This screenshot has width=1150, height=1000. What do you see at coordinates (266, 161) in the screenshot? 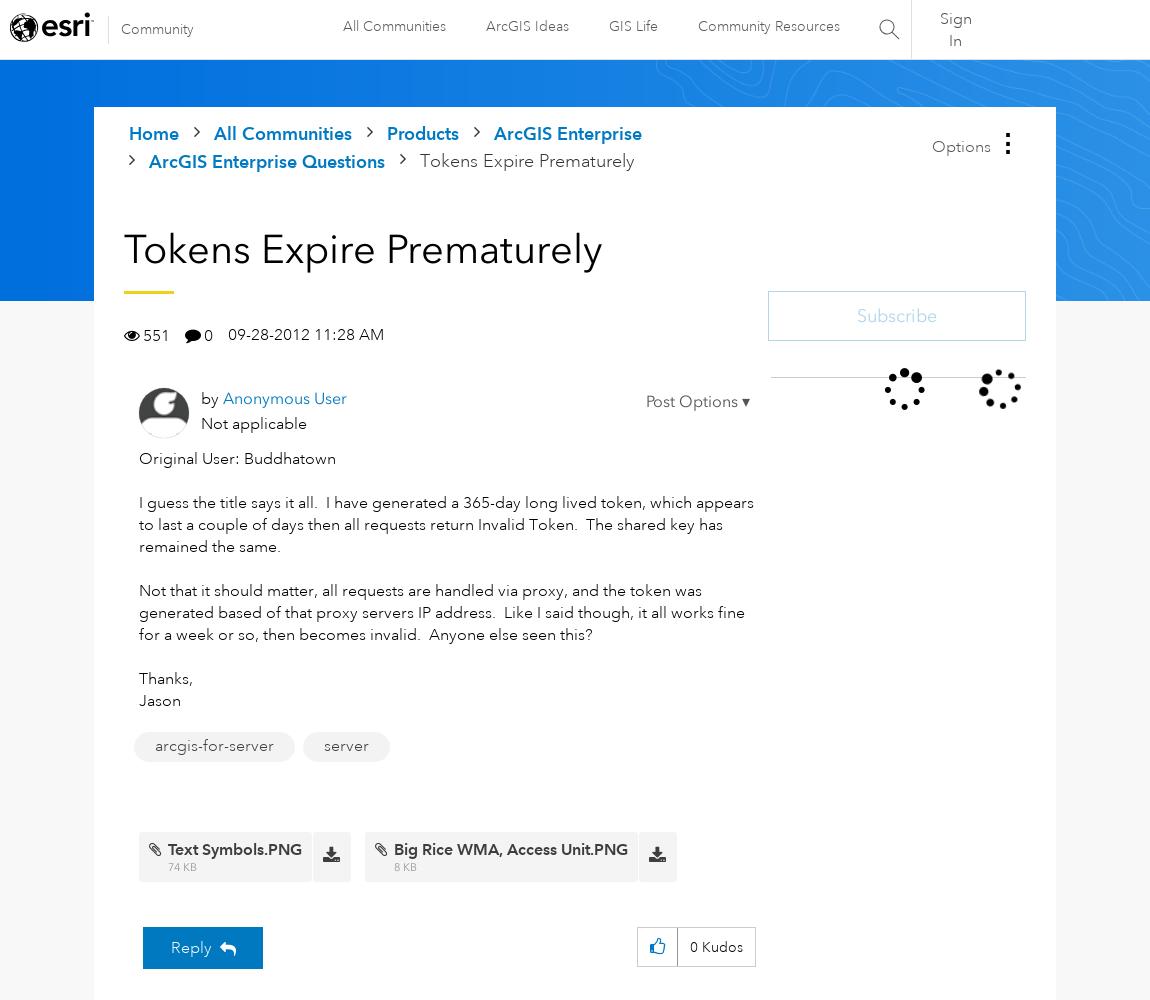
I see `'ArcGIS Enterprise Questions'` at bounding box center [266, 161].